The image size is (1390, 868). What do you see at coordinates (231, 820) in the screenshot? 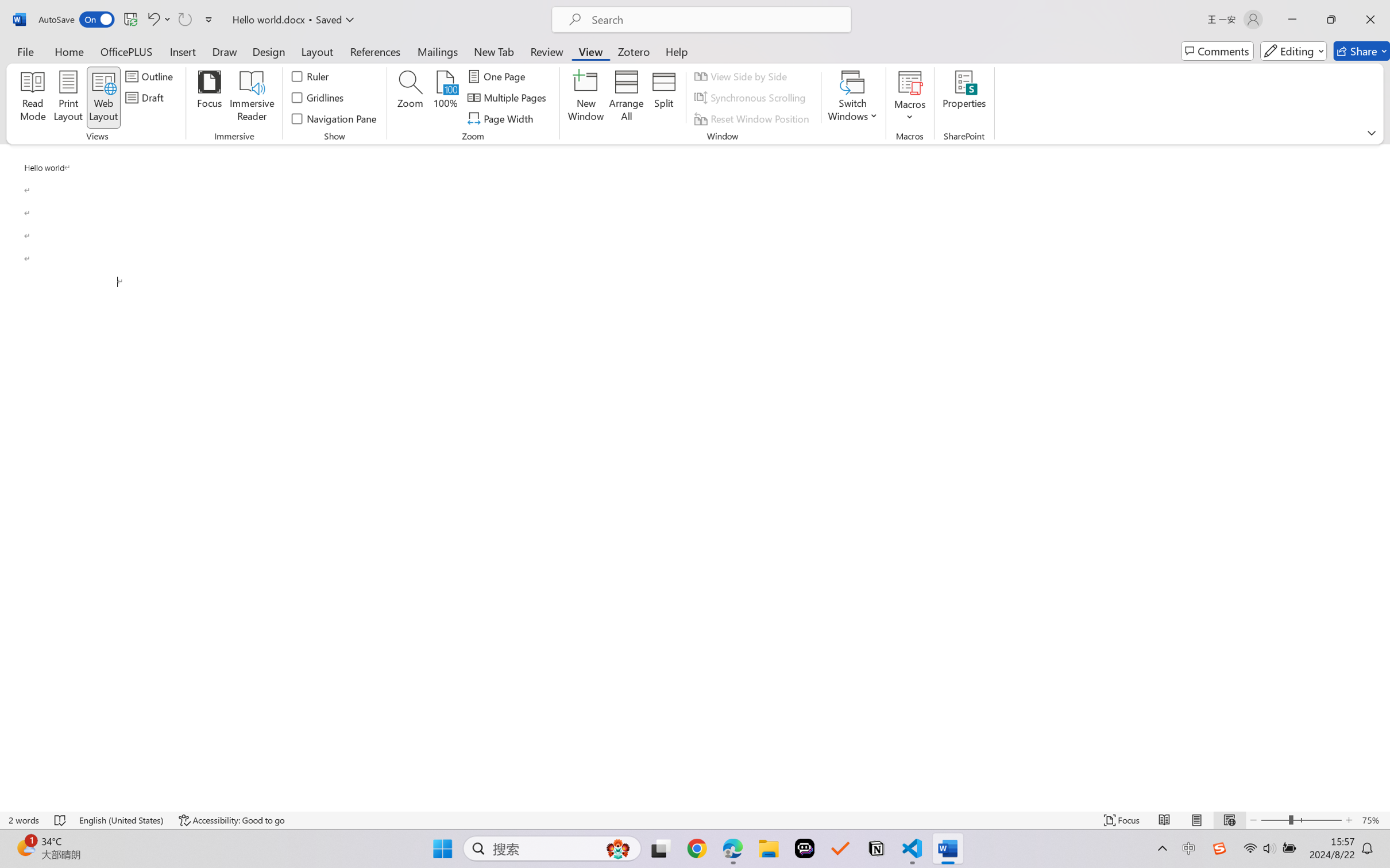
I see `'Accessibility Checker Accessibility: Good to go'` at bounding box center [231, 820].